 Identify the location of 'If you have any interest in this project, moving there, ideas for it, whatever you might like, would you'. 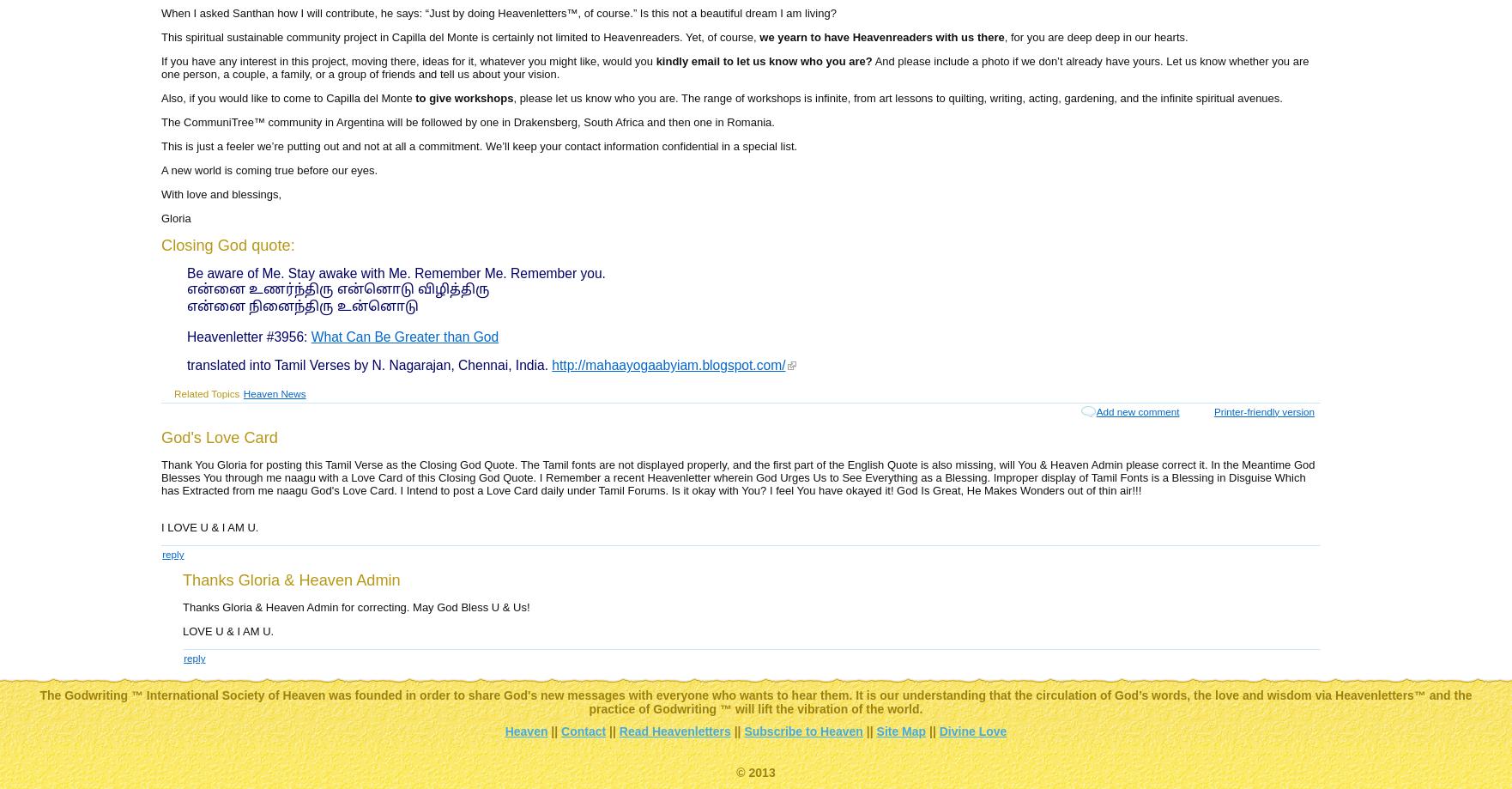
(407, 60).